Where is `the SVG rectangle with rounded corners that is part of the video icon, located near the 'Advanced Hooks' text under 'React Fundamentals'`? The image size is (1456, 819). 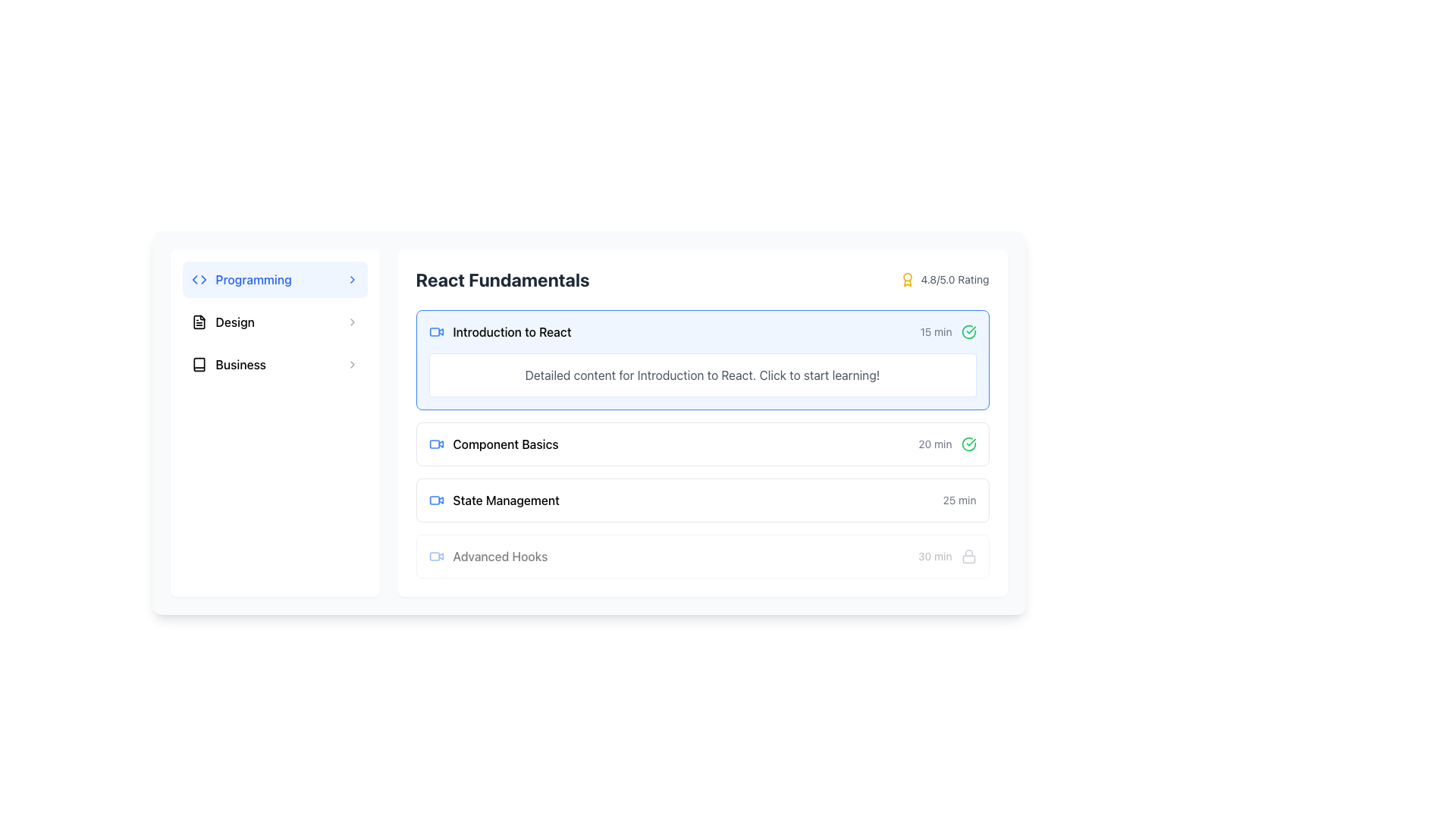
the SVG rectangle with rounded corners that is part of the video icon, located near the 'Advanced Hooks' text under 'React Fundamentals' is located at coordinates (433, 556).